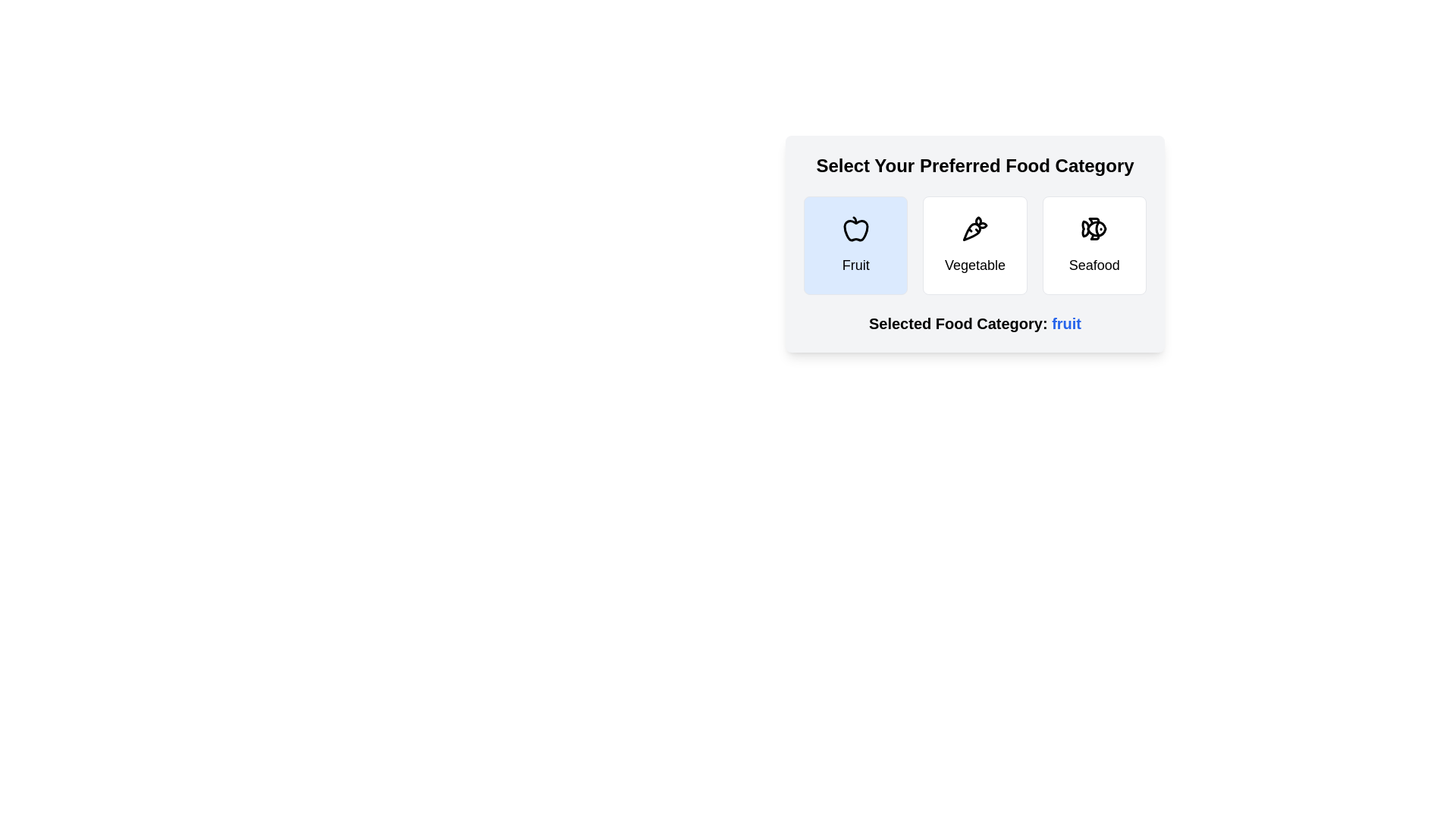  Describe the element at coordinates (975, 228) in the screenshot. I see `the carrot icon, which is a black outline illustration located within the 'Vegetable' card section, visually centered above the 'Vegetable' text` at that location.